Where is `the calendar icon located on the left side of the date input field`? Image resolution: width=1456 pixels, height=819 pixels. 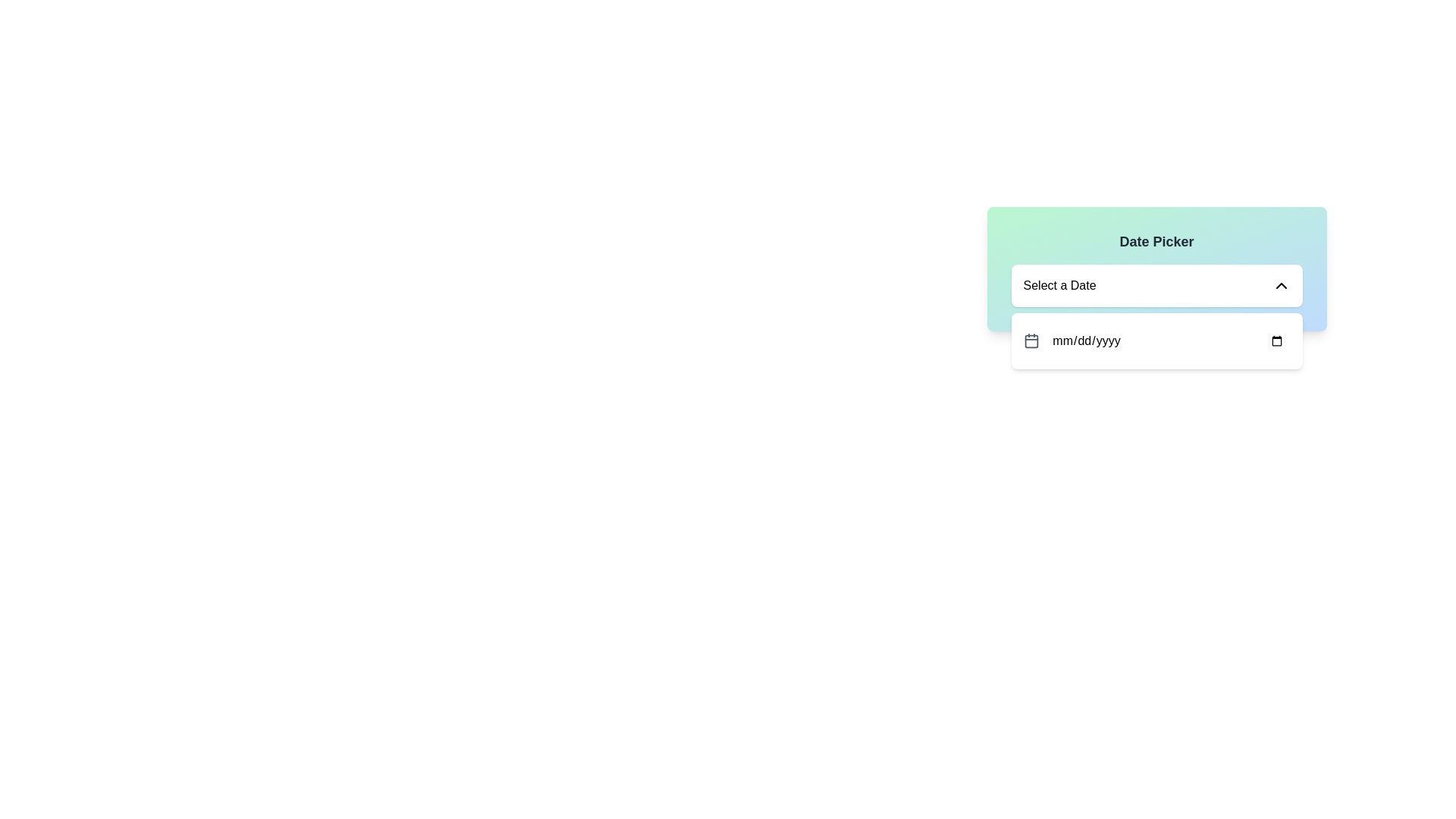 the calendar icon located on the left side of the date input field is located at coordinates (1031, 341).